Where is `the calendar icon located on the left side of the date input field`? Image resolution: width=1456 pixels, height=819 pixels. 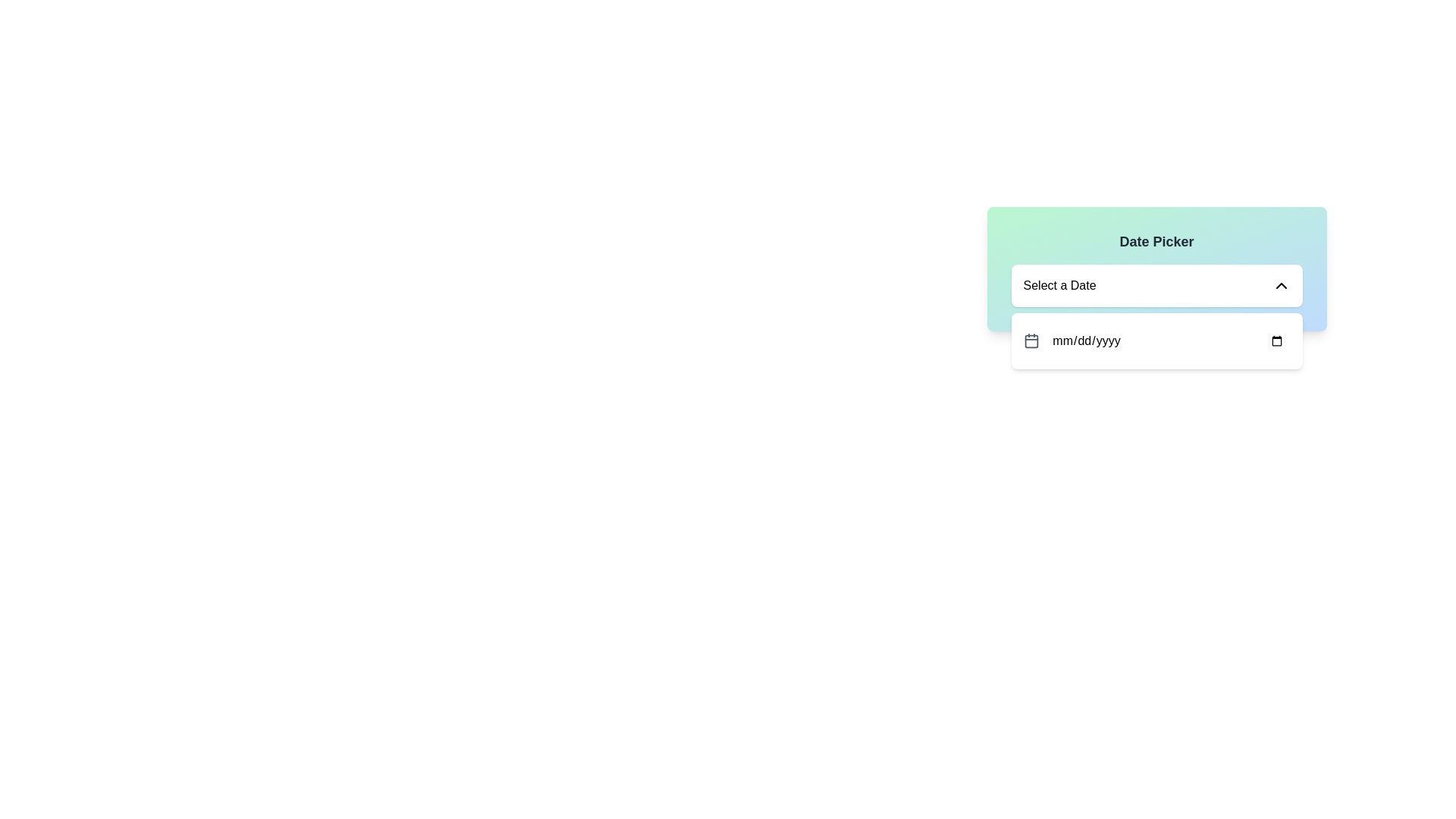 the calendar icon located on the left side of the date input field is located at coordinates (1031, 341).